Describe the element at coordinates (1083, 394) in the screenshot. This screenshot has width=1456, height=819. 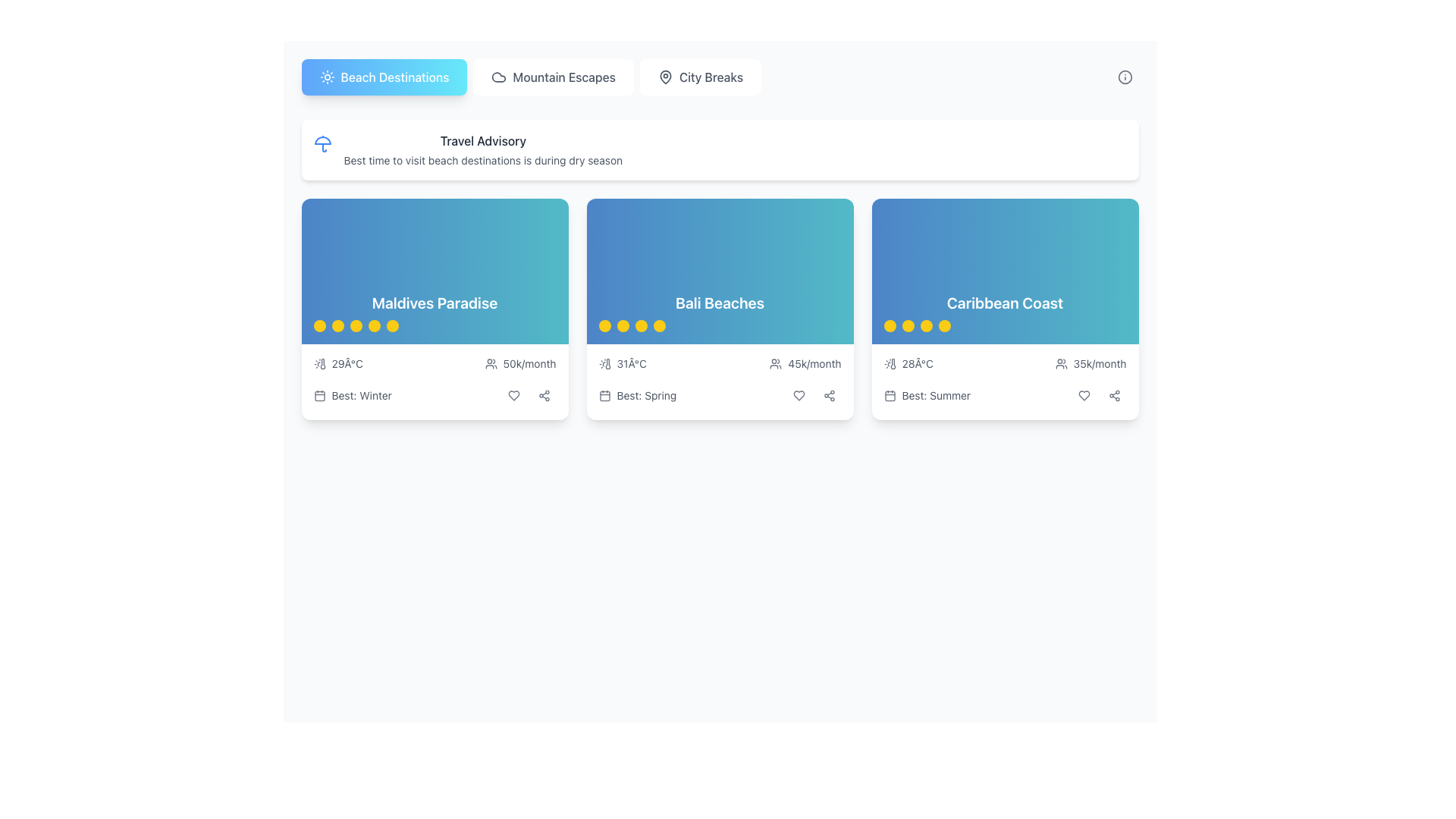
I see `the heart-shaped 'like' button located in the bottom section of the 'Caribbean Coast' card` at that location.